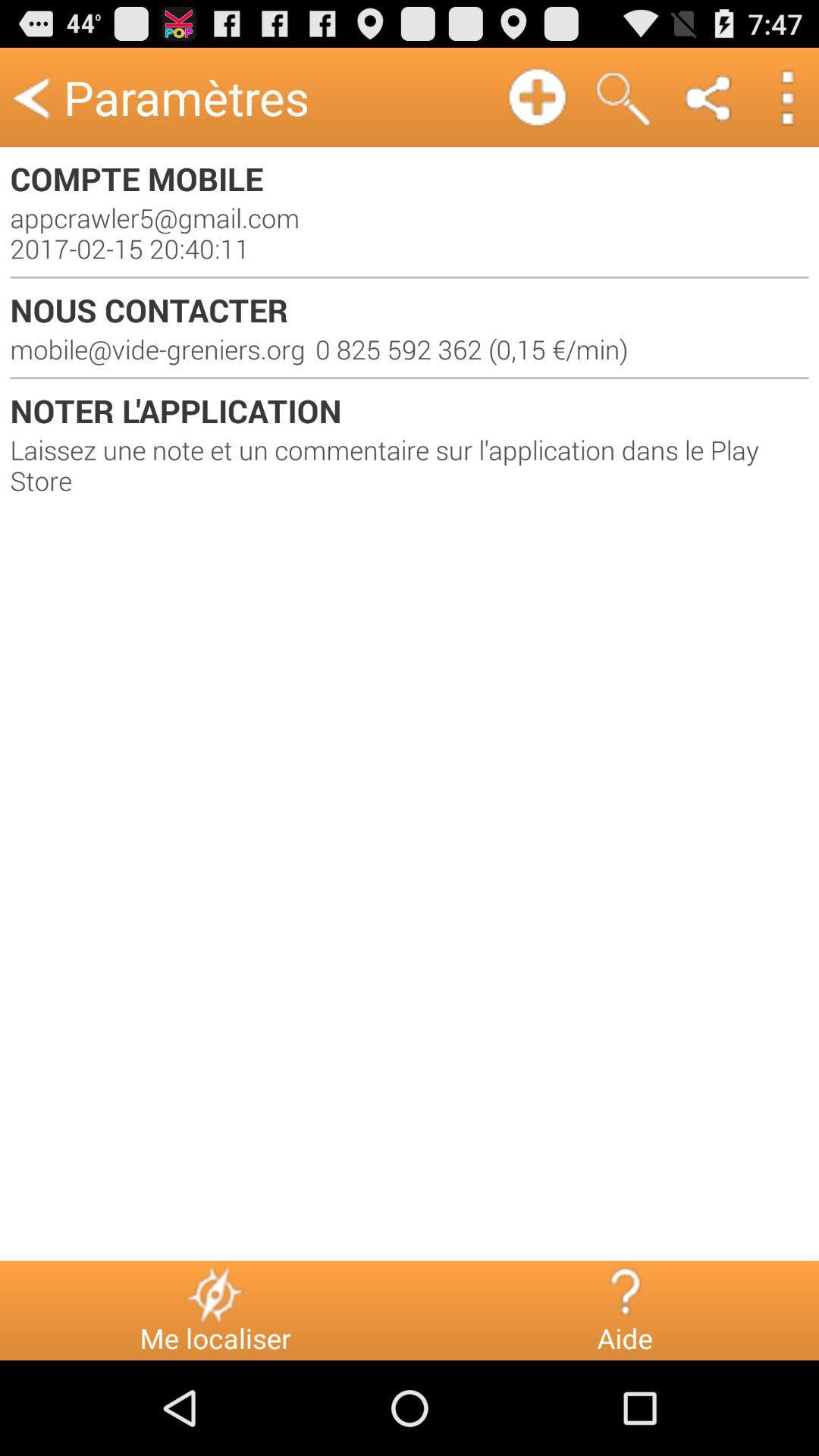  Describe the element at coordinates (409, 232) in the screenshot. I see `appcrawler5 gmail com item` at that location.